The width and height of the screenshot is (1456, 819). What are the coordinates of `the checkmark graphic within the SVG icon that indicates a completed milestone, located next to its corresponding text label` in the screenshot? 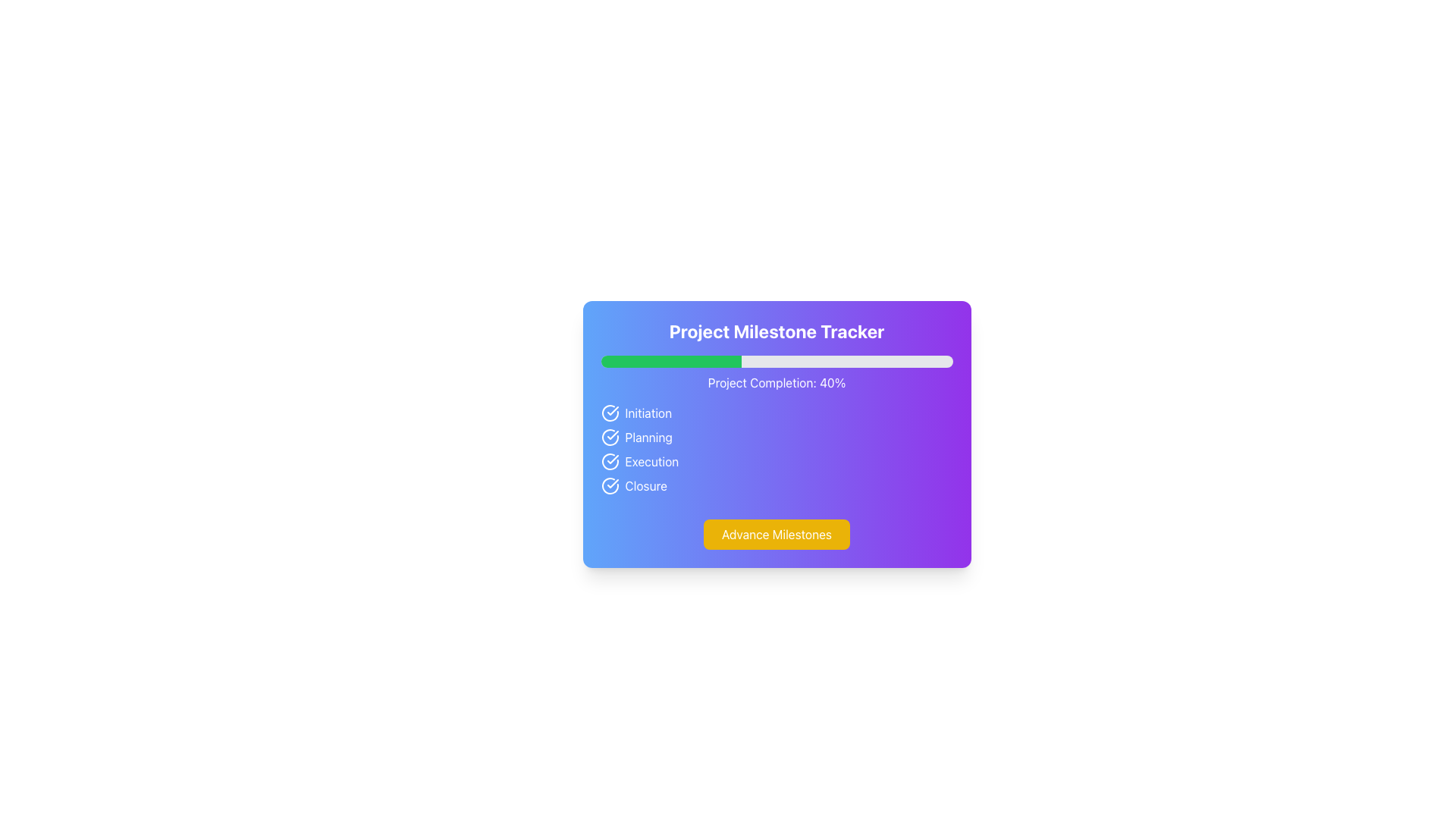 It's located at (612, 411).